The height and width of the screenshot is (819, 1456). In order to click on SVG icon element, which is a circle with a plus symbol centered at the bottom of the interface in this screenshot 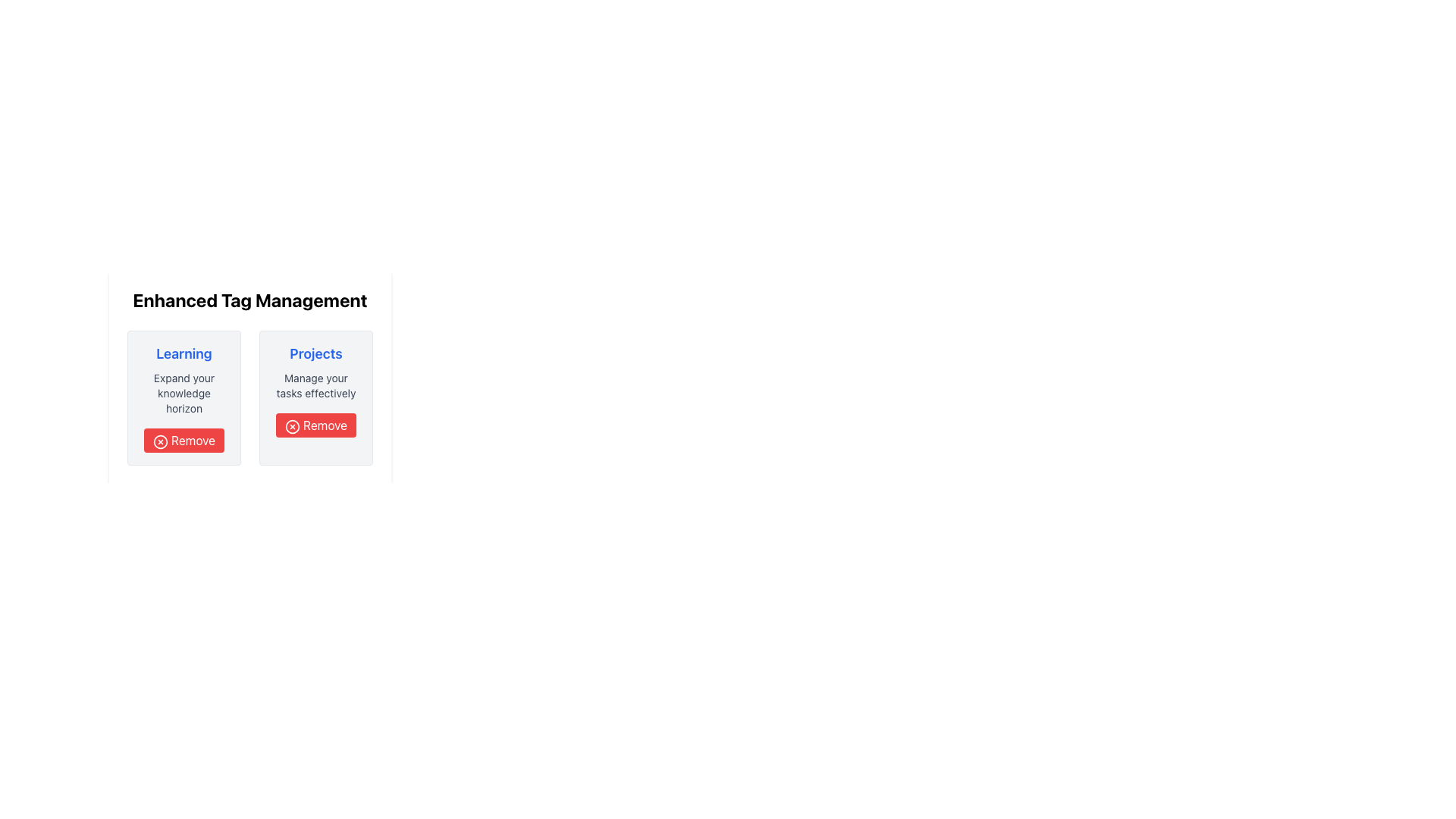, I will do `click(208, 638)`.